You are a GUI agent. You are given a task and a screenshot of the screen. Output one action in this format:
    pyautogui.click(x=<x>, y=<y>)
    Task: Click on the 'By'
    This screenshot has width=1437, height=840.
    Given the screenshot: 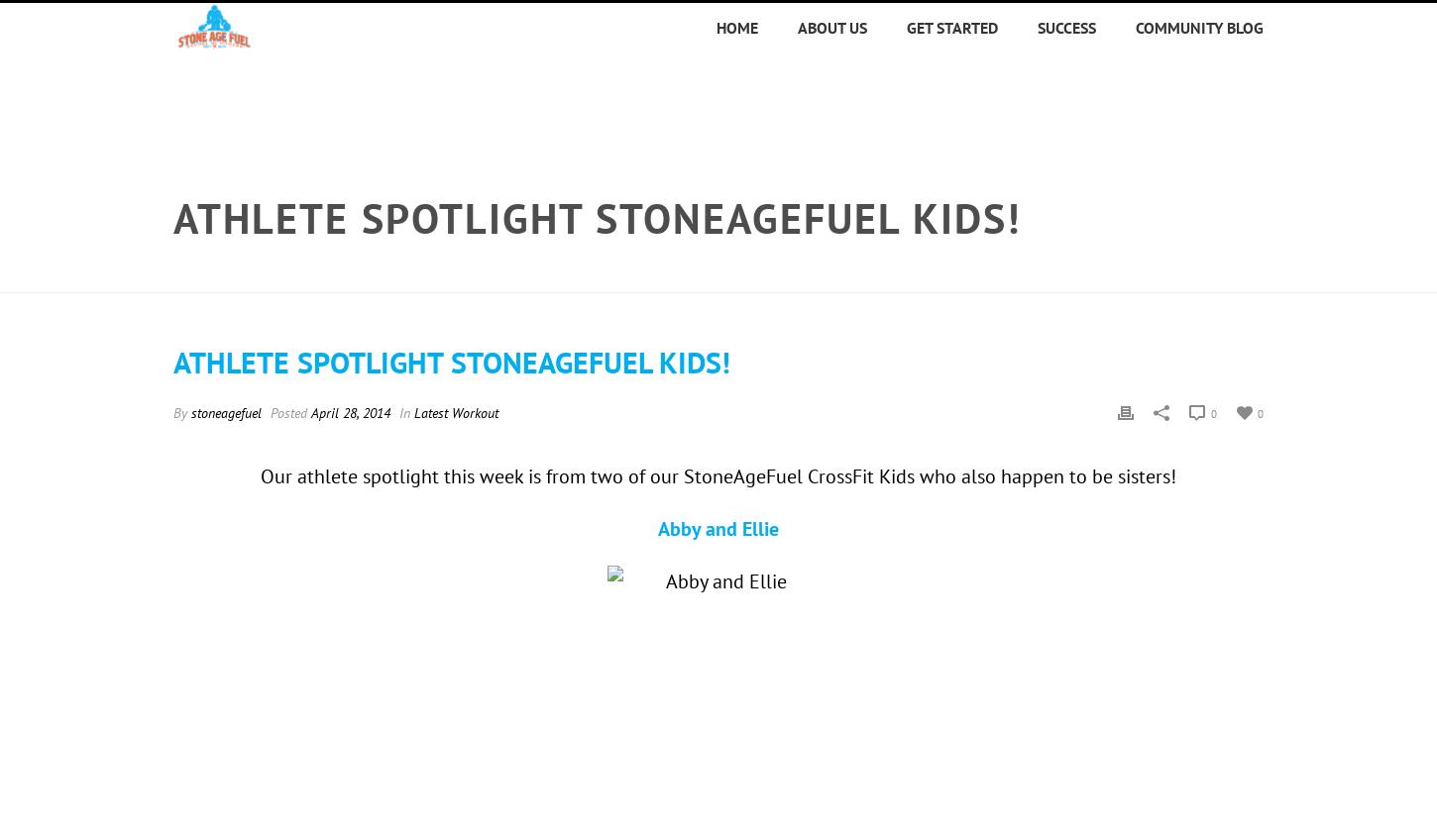 What is the action you would take?
    pyautogui.click(x=181, y=412)
    